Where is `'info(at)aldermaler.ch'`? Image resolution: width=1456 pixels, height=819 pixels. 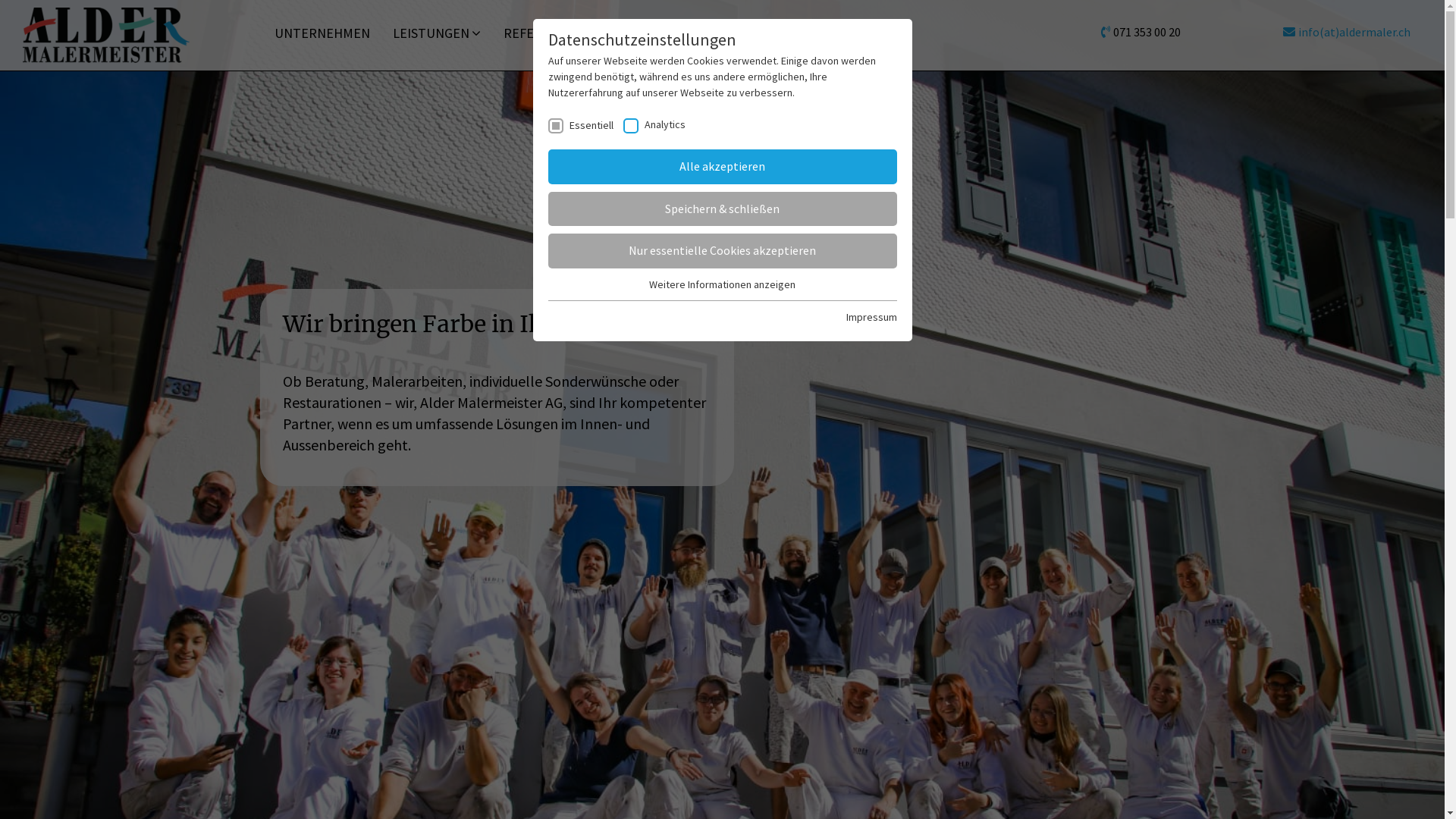
'info(at)aldermaler.ch' is located at coordinates (1354, 32).